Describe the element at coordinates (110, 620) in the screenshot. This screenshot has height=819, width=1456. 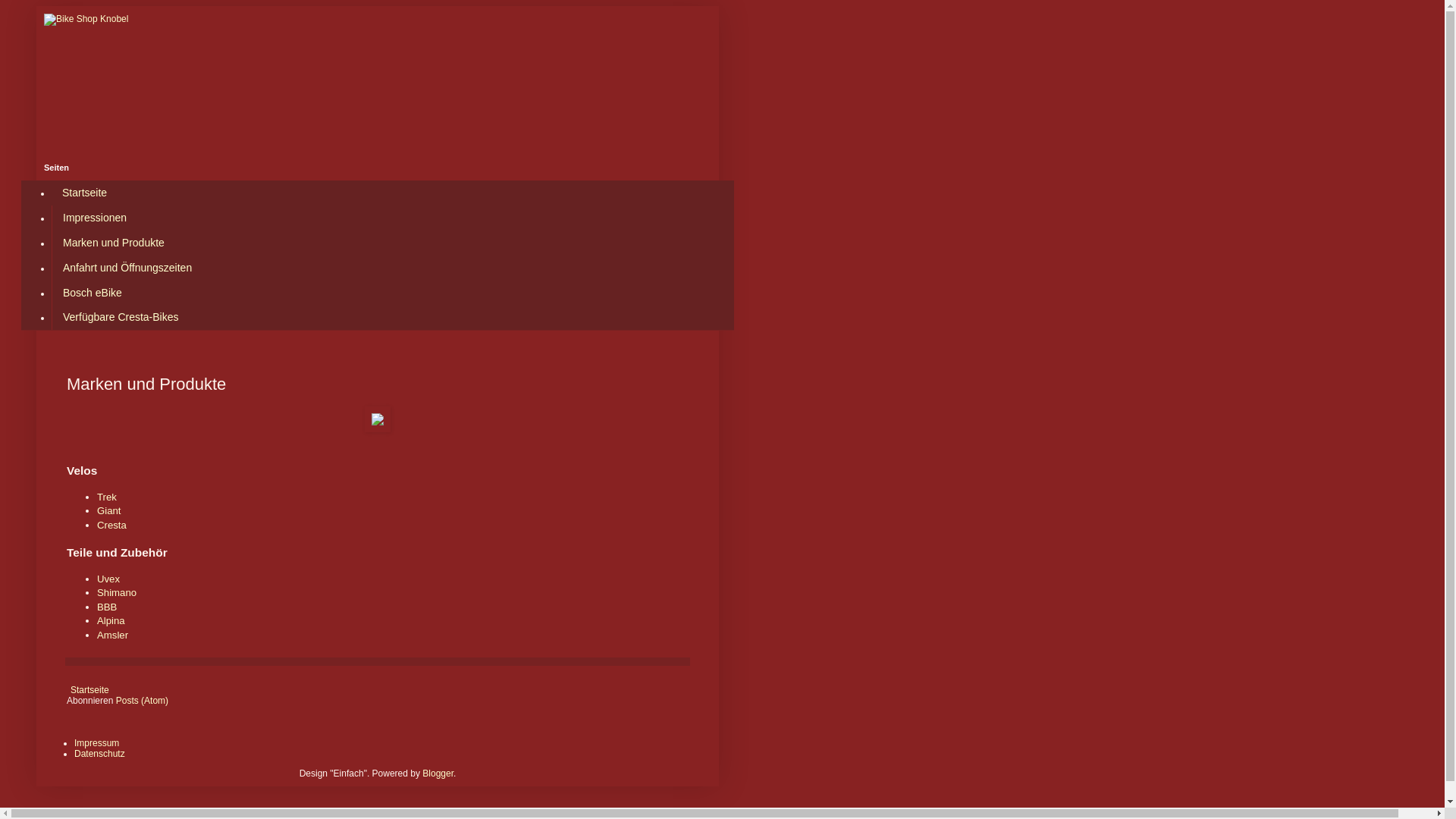
I see `'Alpina'` at that location.